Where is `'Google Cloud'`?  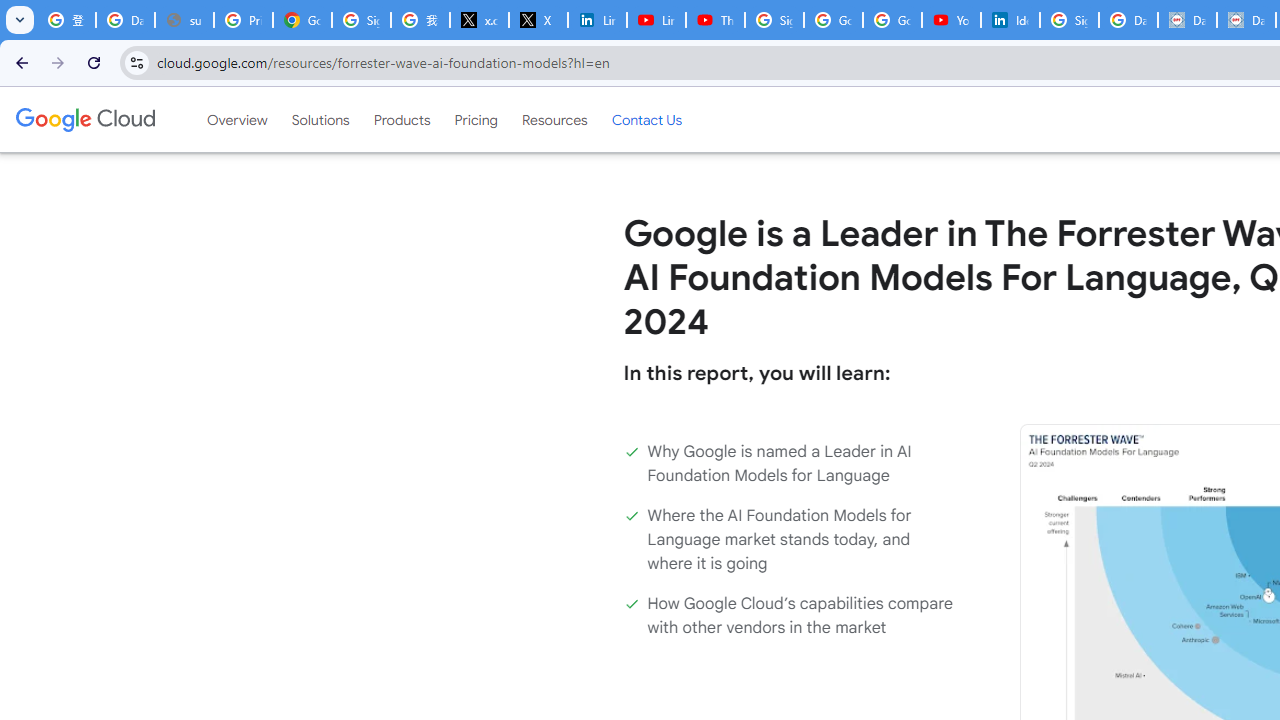
'Google Cloud' is located at coordinates (84, 119).